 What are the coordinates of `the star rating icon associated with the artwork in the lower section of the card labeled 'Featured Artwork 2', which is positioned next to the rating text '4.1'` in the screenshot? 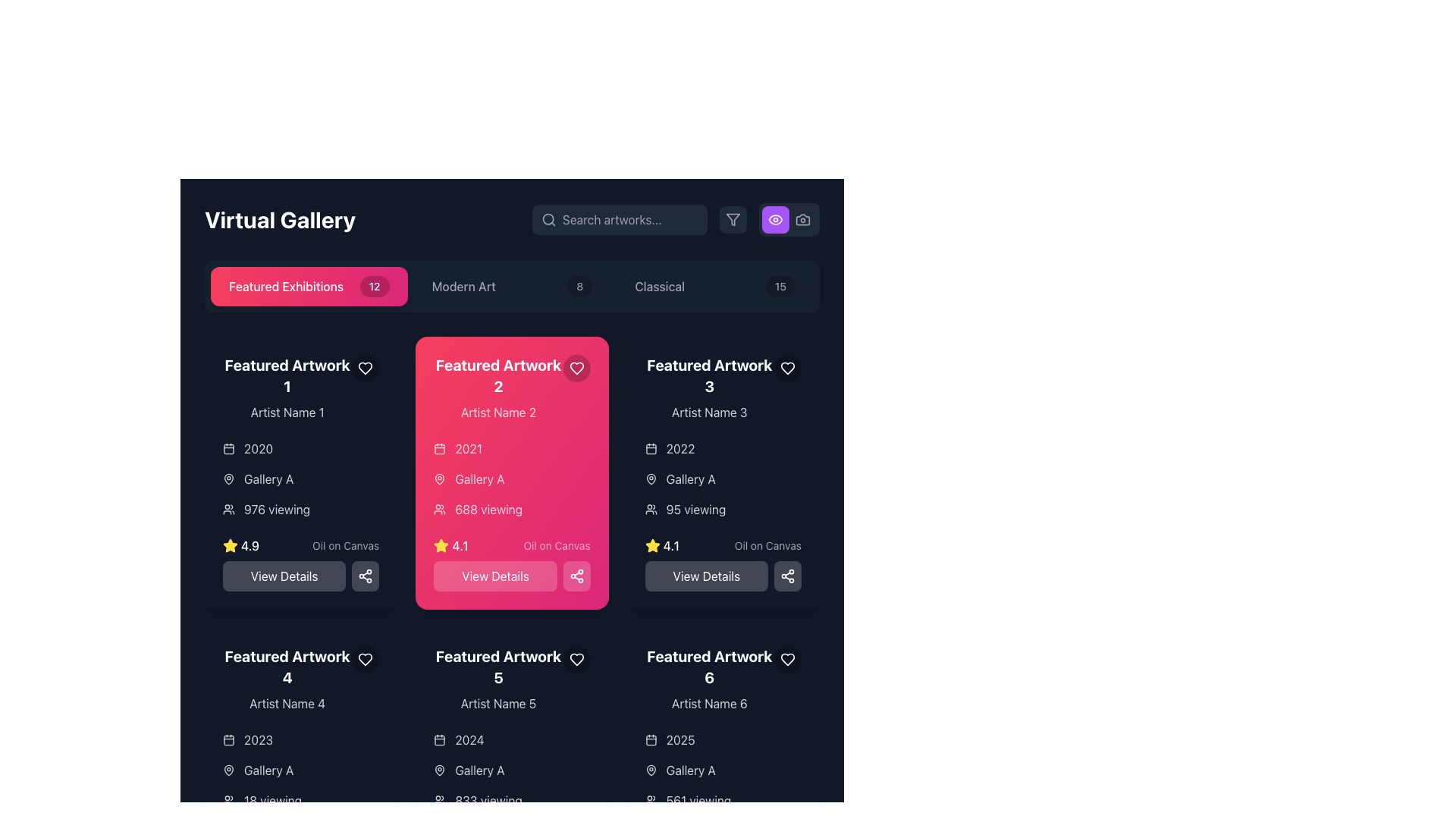 It's located at (652, 546).